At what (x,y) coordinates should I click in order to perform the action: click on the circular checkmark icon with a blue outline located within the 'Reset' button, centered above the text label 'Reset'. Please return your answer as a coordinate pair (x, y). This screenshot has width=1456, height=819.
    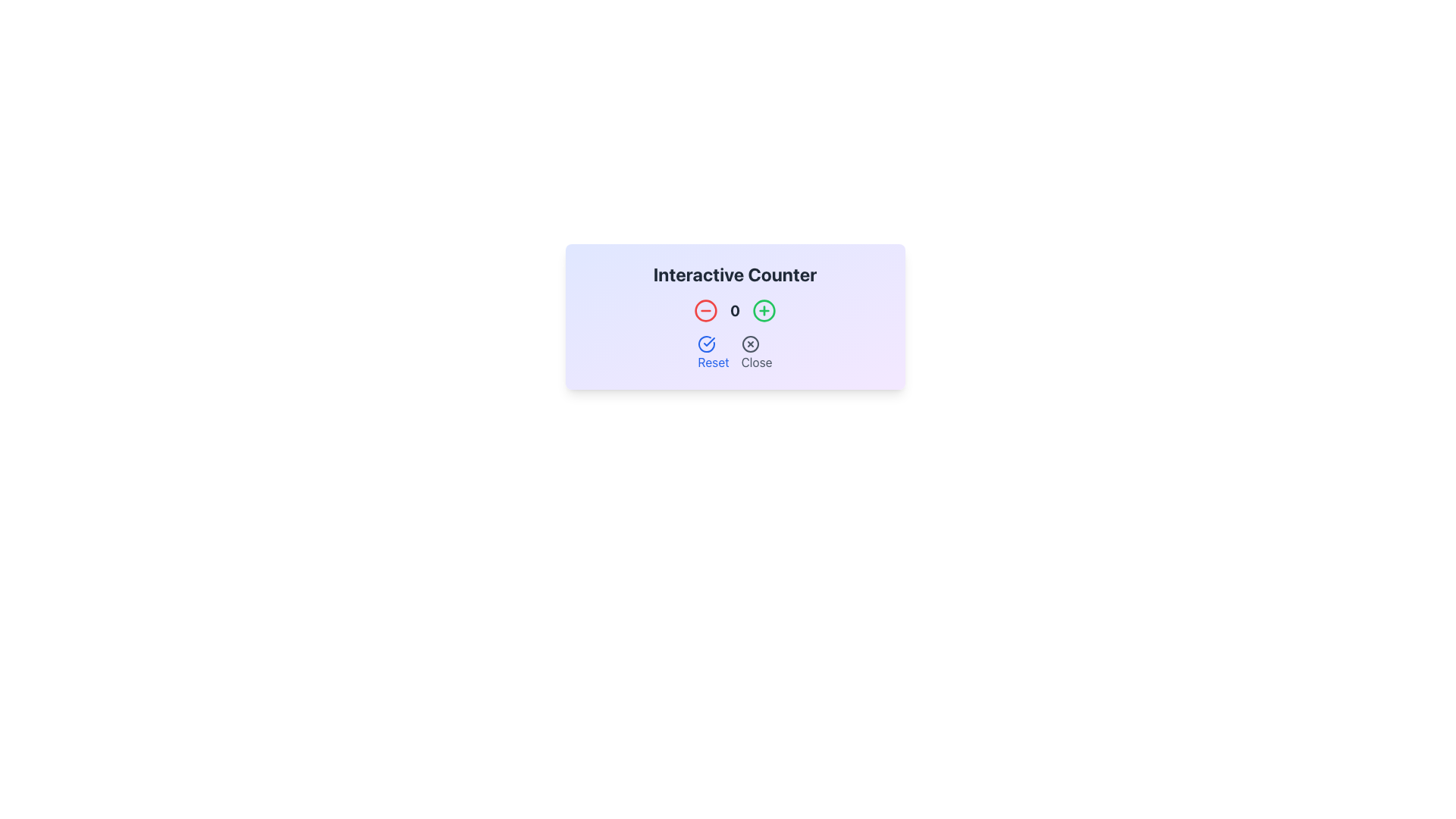
    Looking at the image, I should click on (706, 344).